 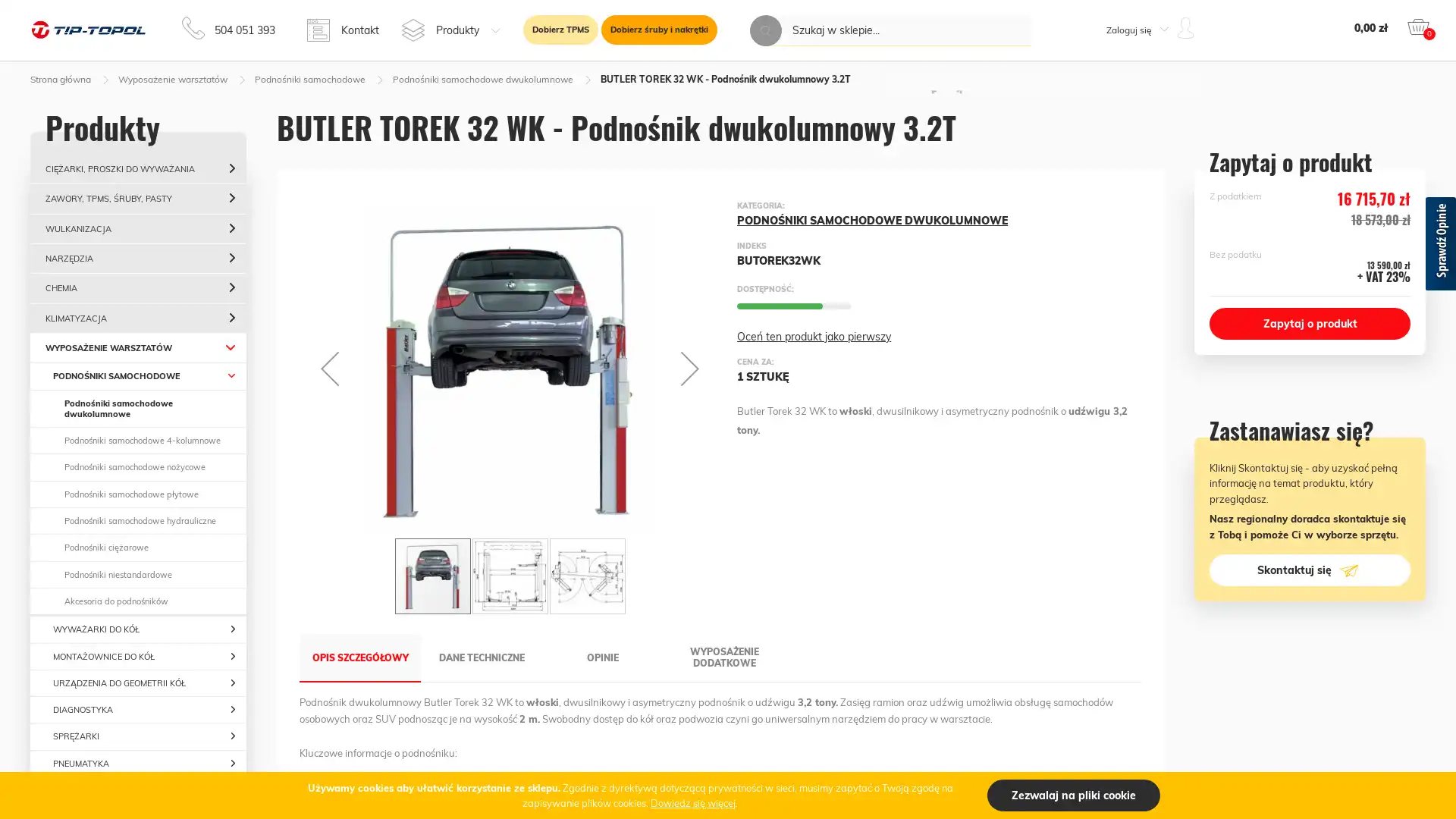 I want to click on BUTLER TOREK 32 WK - Podnosnik dwukolumnowy 3.2T, so click(x=510, y=576).